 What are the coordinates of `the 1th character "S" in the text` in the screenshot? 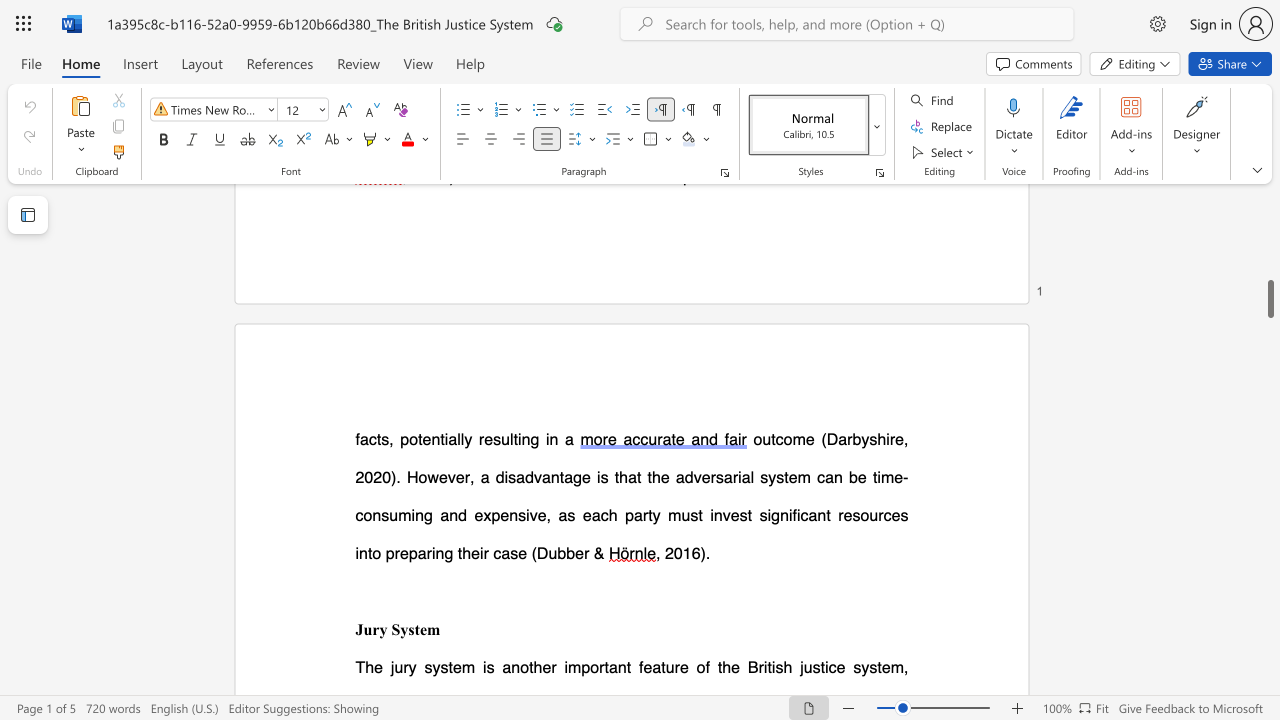 It's located at (395, 628).